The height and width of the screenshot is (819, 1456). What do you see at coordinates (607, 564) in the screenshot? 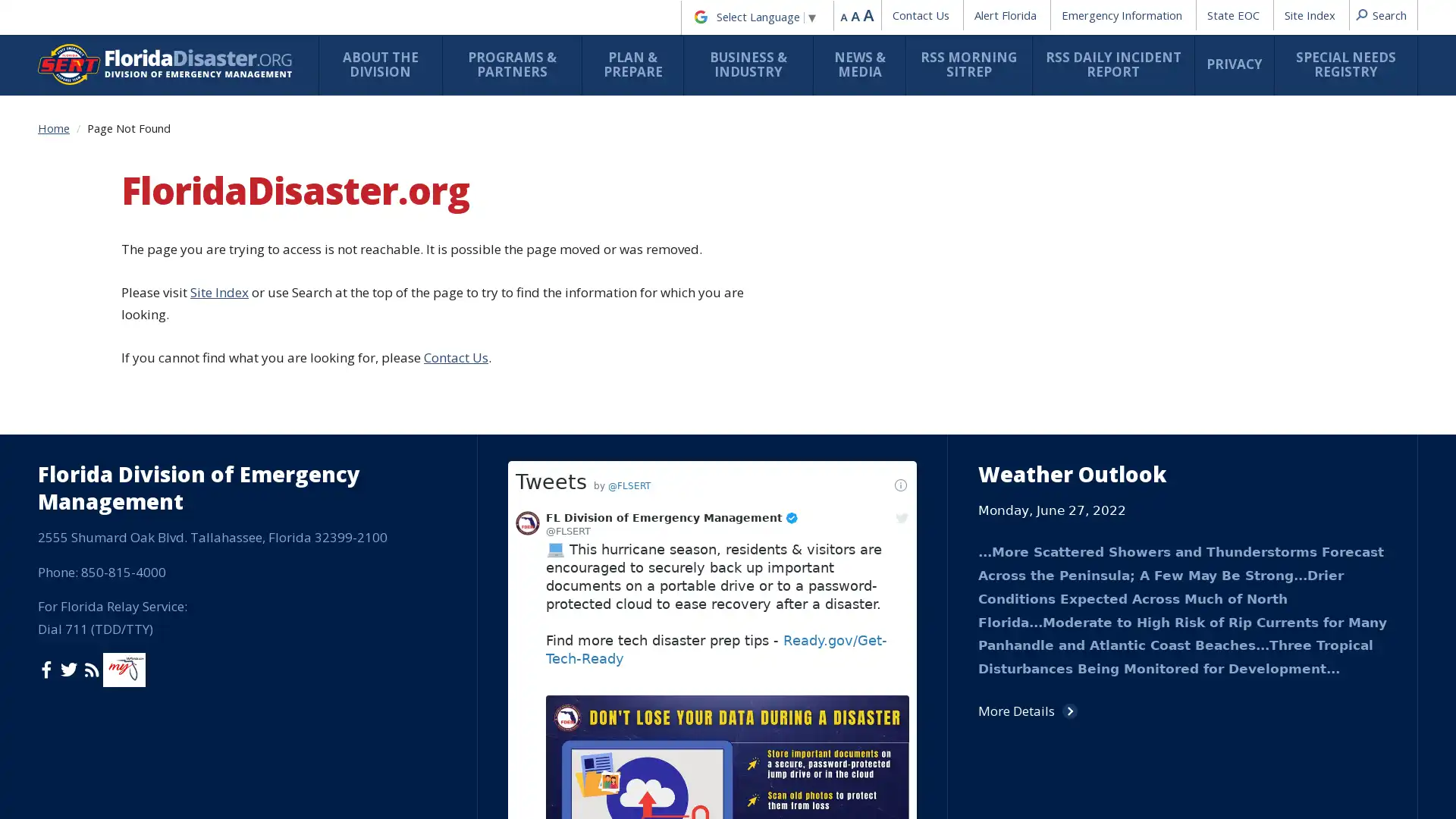
I see `Toggle More` at bounding box center [607, 564].